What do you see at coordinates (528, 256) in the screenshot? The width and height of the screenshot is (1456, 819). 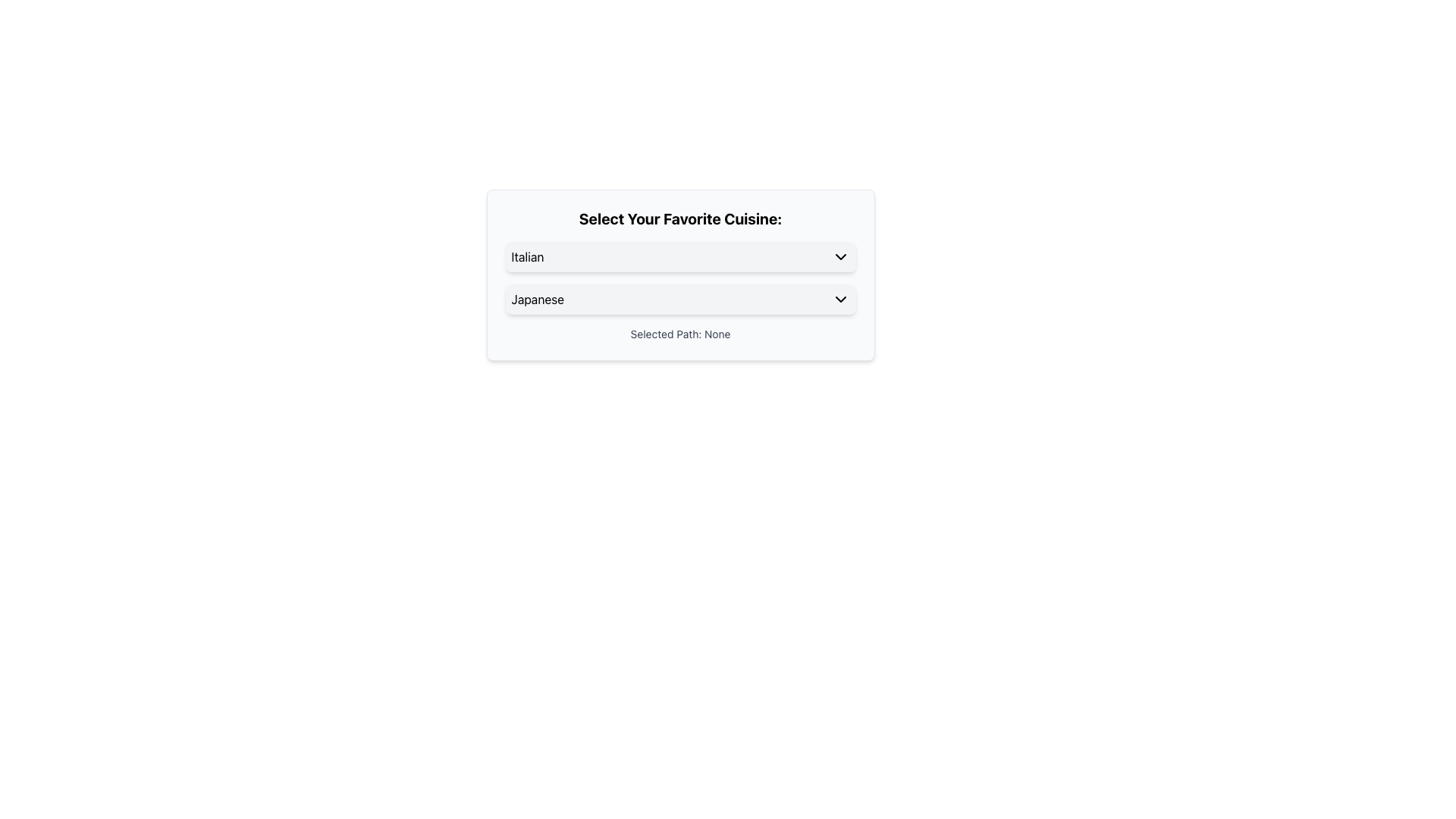 I see `the text 'Italian' in the dropdown menu` at bounding box center [528, 256].